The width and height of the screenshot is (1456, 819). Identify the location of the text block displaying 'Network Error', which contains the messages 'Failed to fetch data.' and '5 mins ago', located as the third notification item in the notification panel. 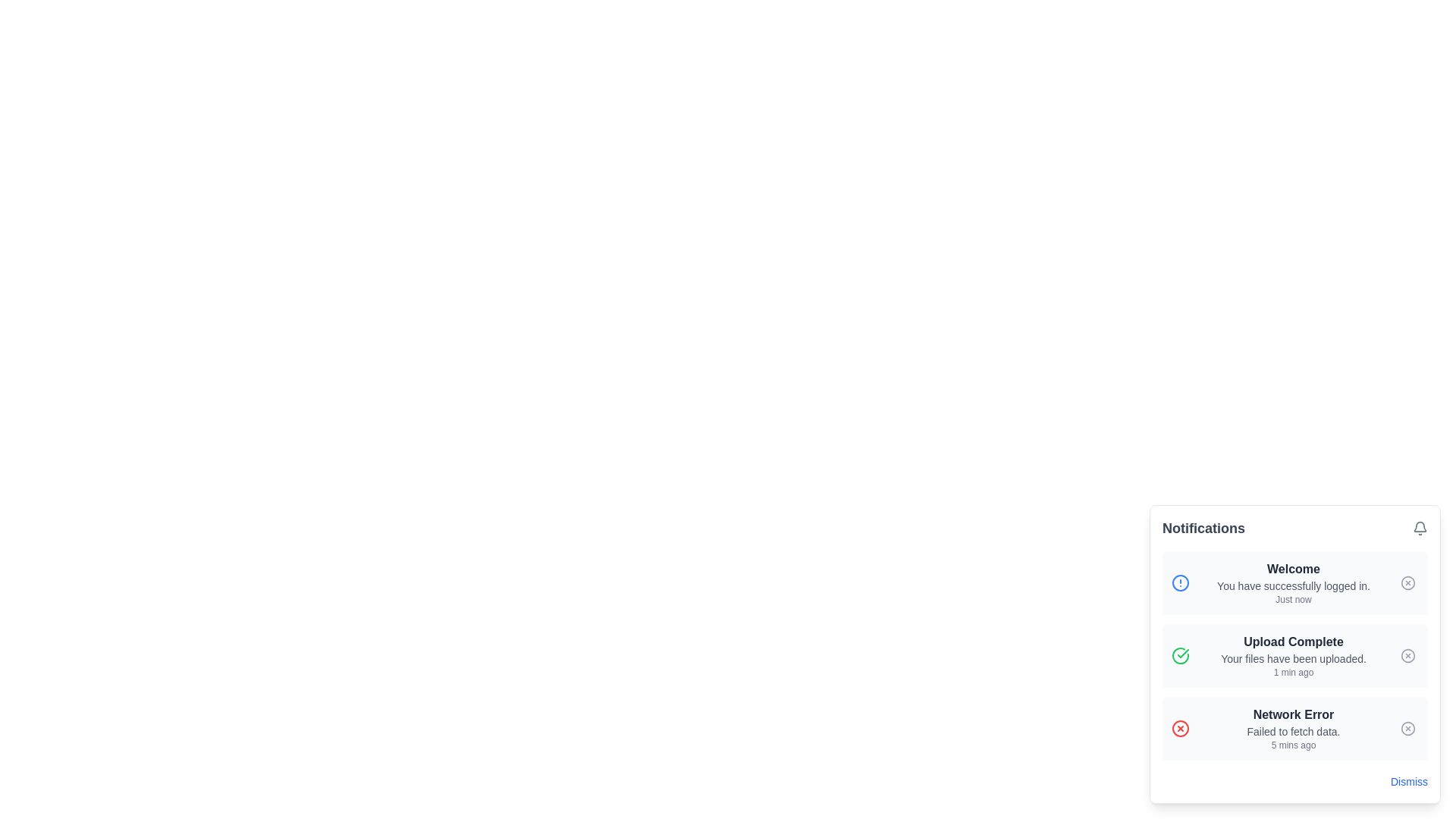
(1292, 727).